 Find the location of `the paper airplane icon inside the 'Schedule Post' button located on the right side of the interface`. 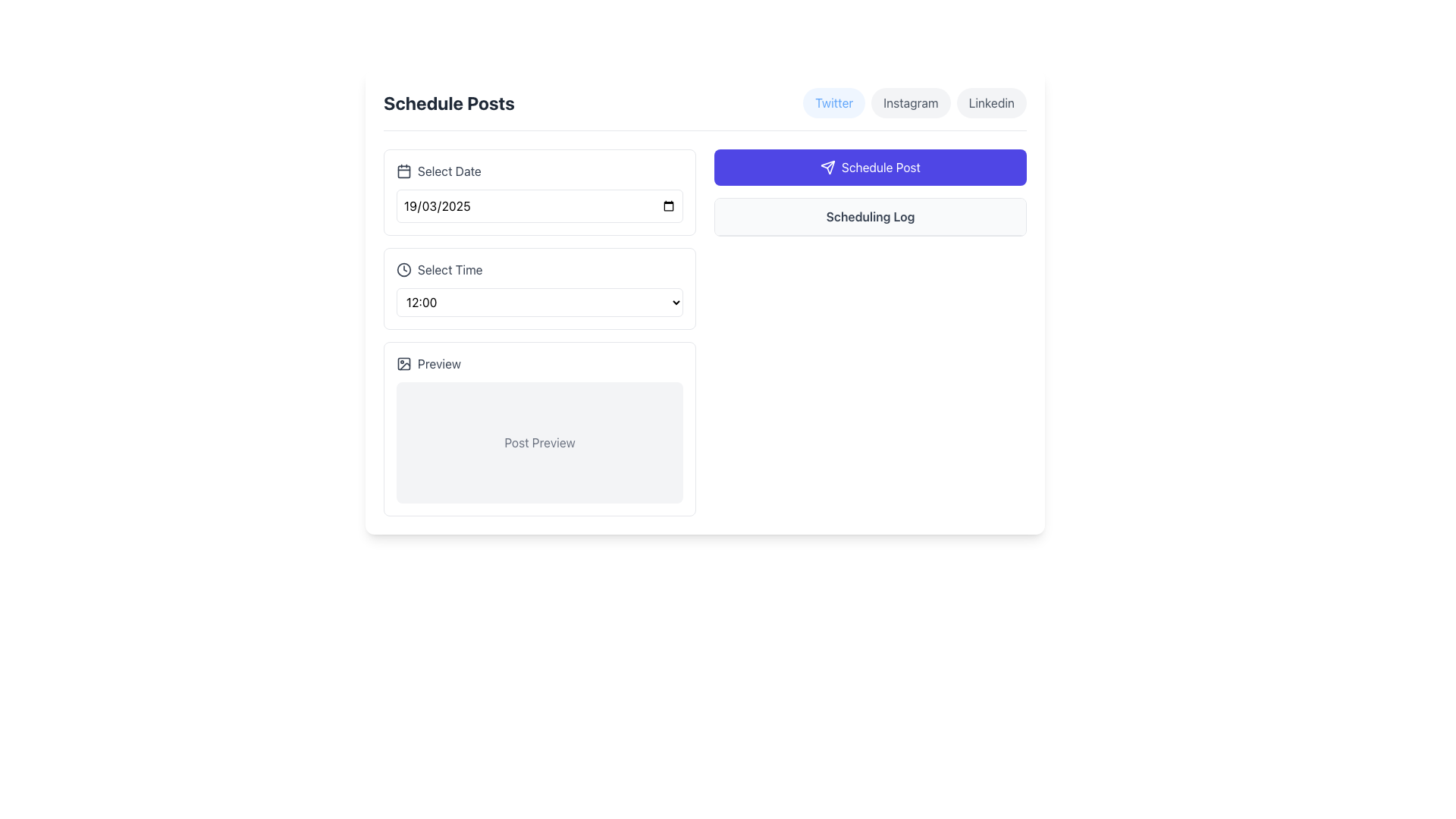

the paper airplane icon inside the 'Schedule Post' button located on the right side of the interface is located at coordinates (827, 167).